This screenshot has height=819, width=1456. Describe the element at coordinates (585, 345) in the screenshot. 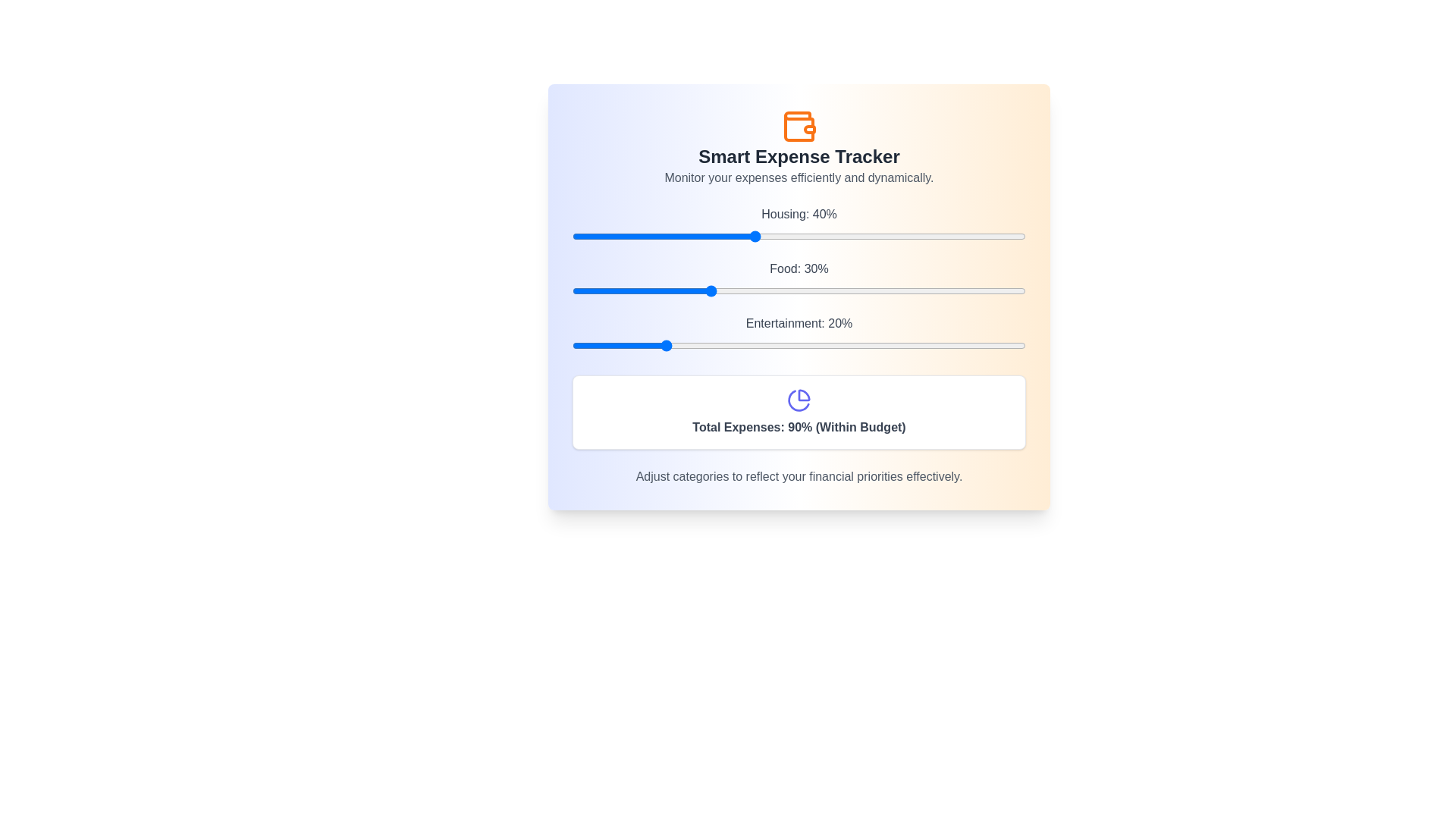

I see `the Entertainment slider to 3%` at that location.